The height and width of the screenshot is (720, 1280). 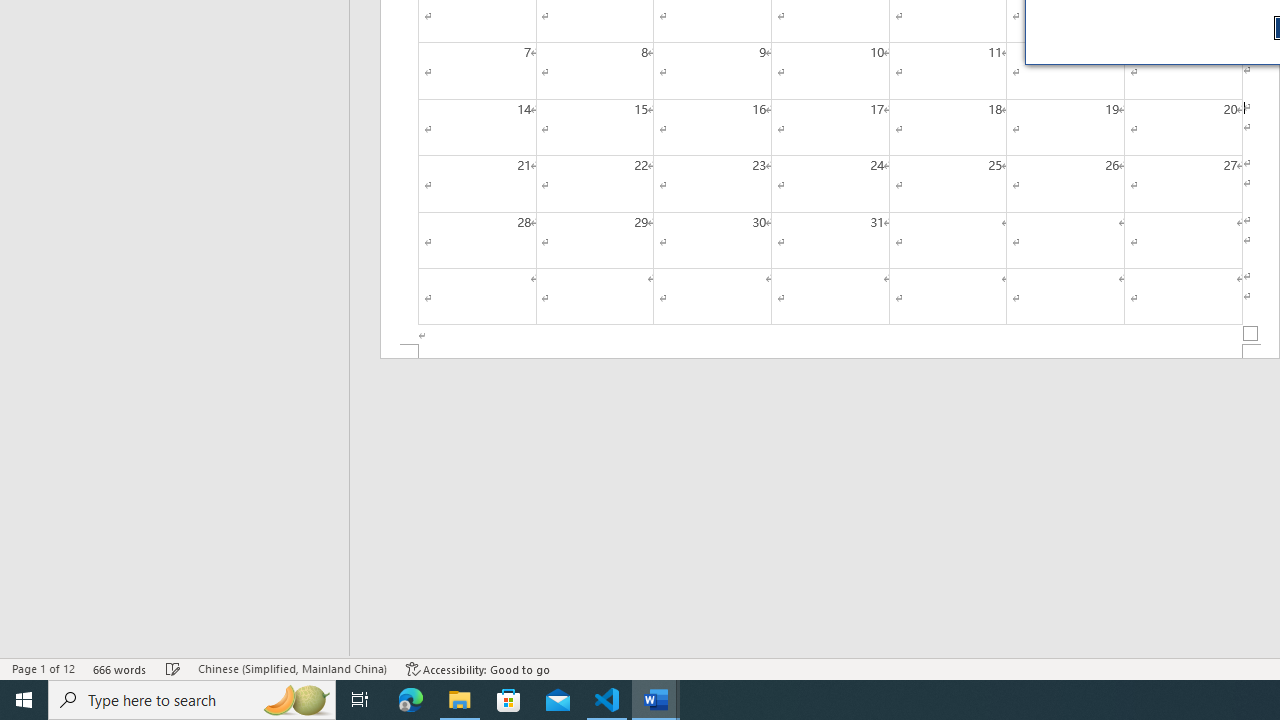 What do you see at coordinates (410, 698) in the screenshot?
I see `'Microsoft Edge'` at bounding box center [410, 698].